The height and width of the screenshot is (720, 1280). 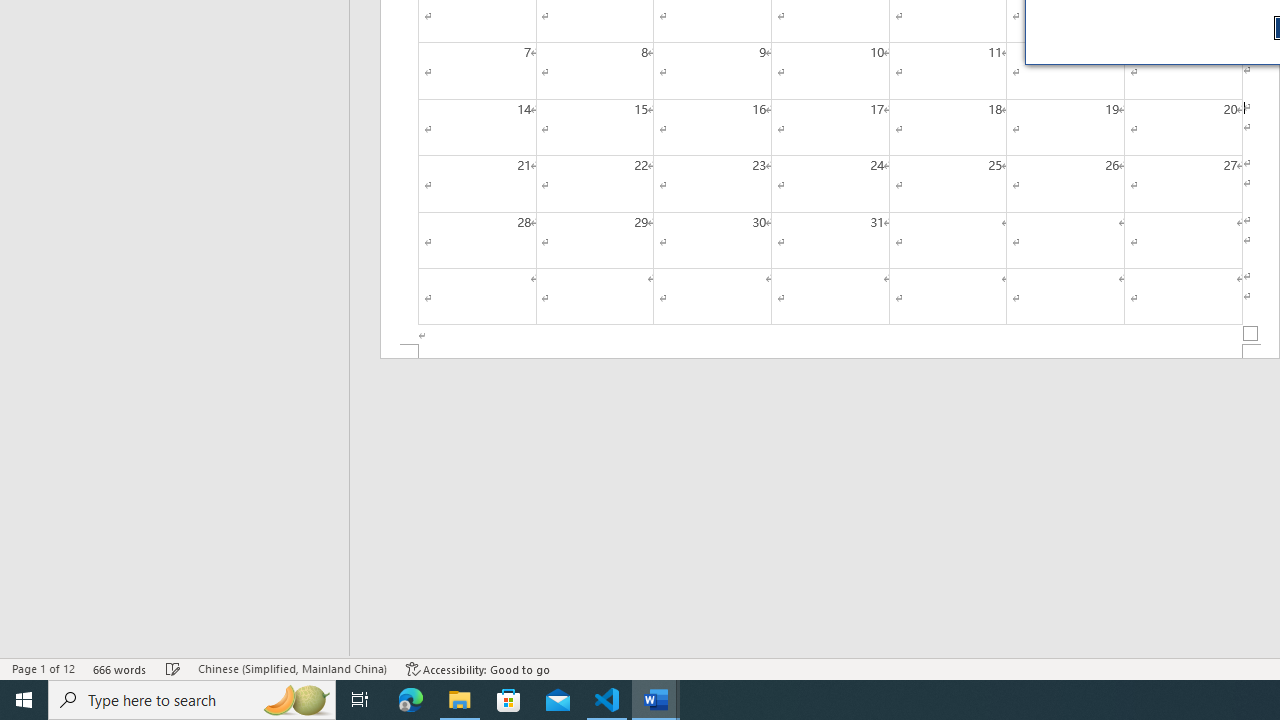 What do you see at coordinates (410, 698) in the screenshot?
I see `'Microsoft Edge'` at bounding box center [410, 698].